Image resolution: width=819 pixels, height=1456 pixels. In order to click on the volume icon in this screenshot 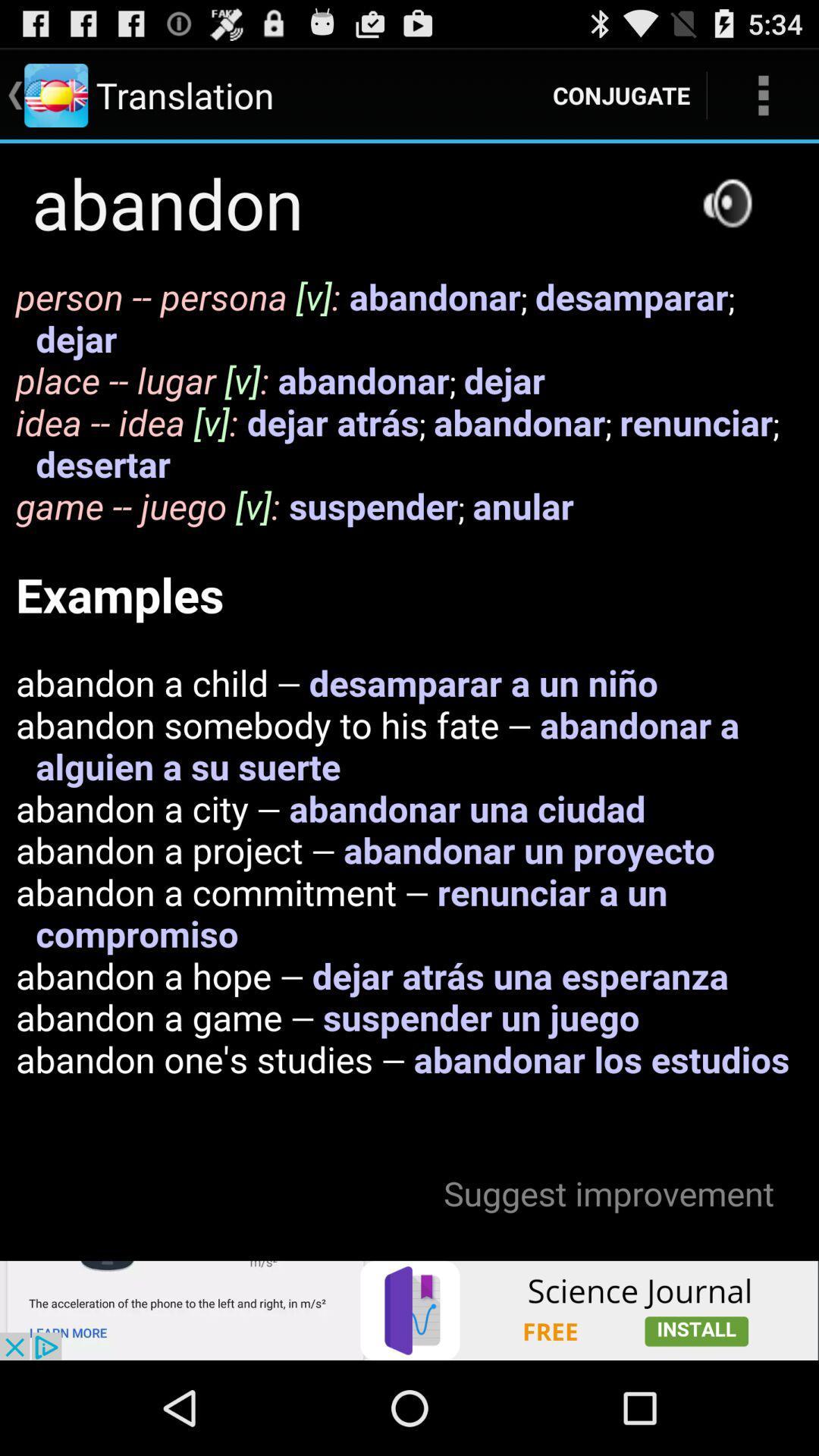, I will do `click(726, 216)`.